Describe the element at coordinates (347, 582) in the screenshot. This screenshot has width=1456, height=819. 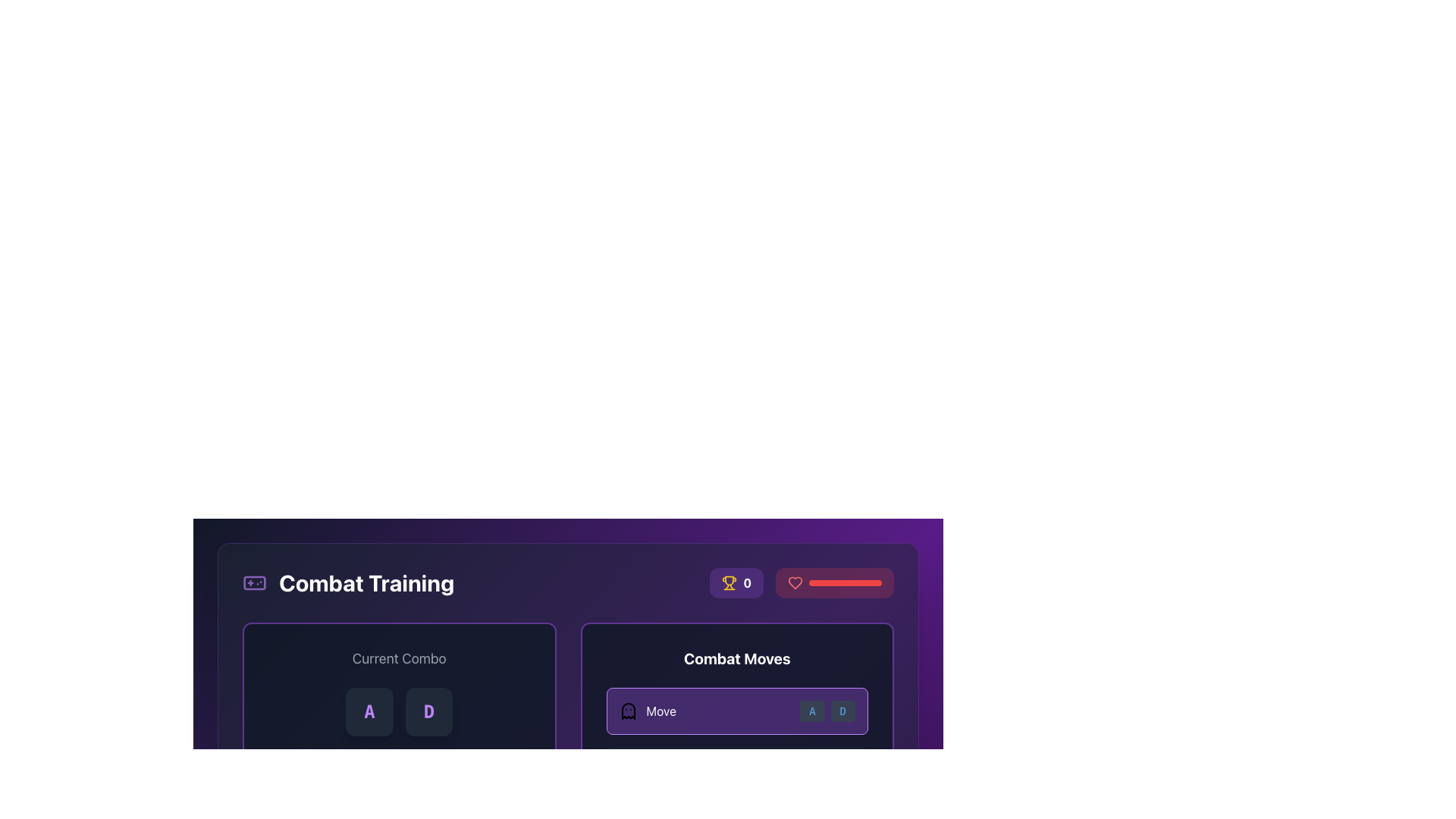
I see `the 'Combat Training' header or title element located at the top-left of the interface for navigation or interaction` at that location.